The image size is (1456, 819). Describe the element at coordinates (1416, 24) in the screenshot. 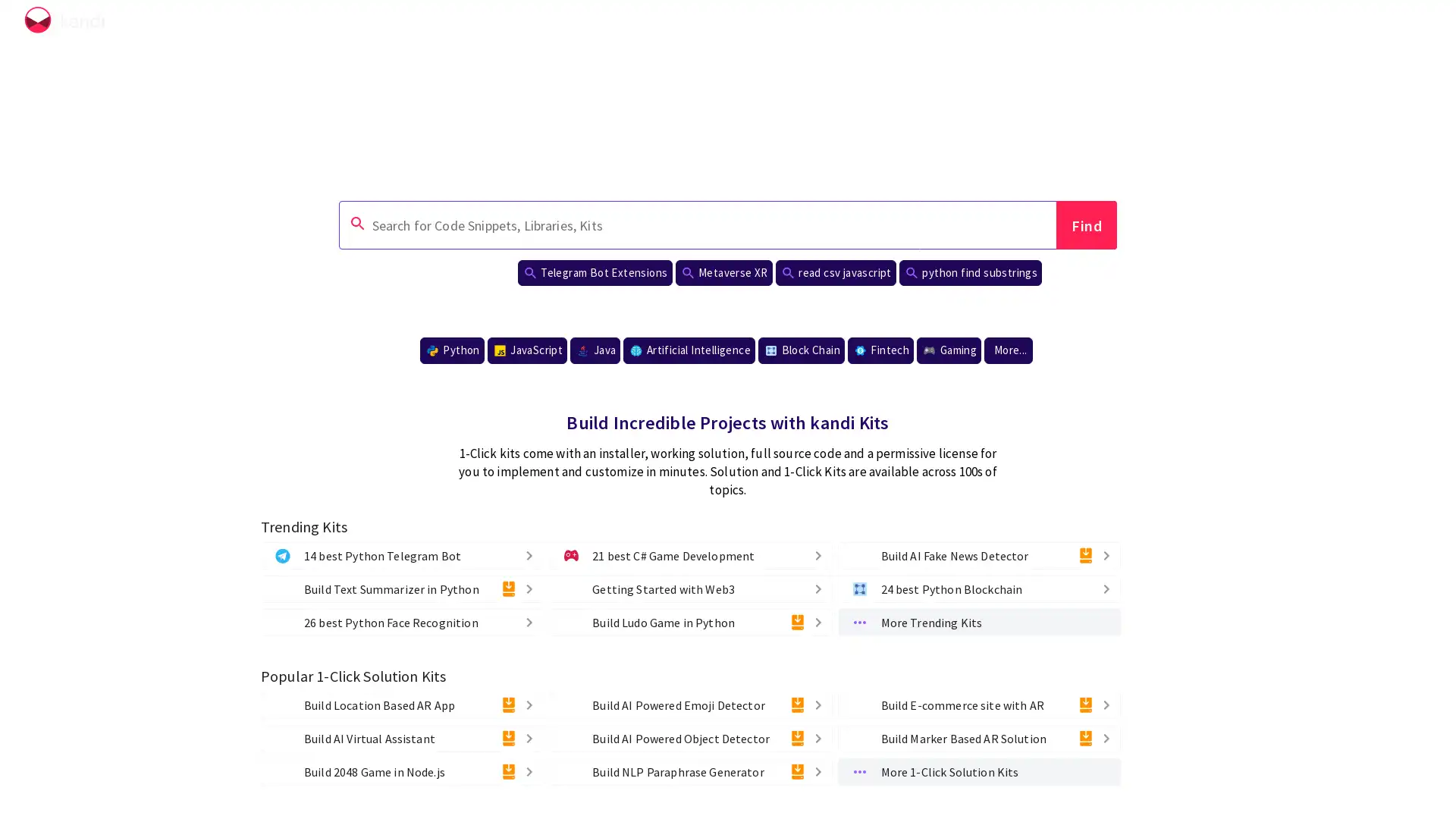

I see `menu` at that location.